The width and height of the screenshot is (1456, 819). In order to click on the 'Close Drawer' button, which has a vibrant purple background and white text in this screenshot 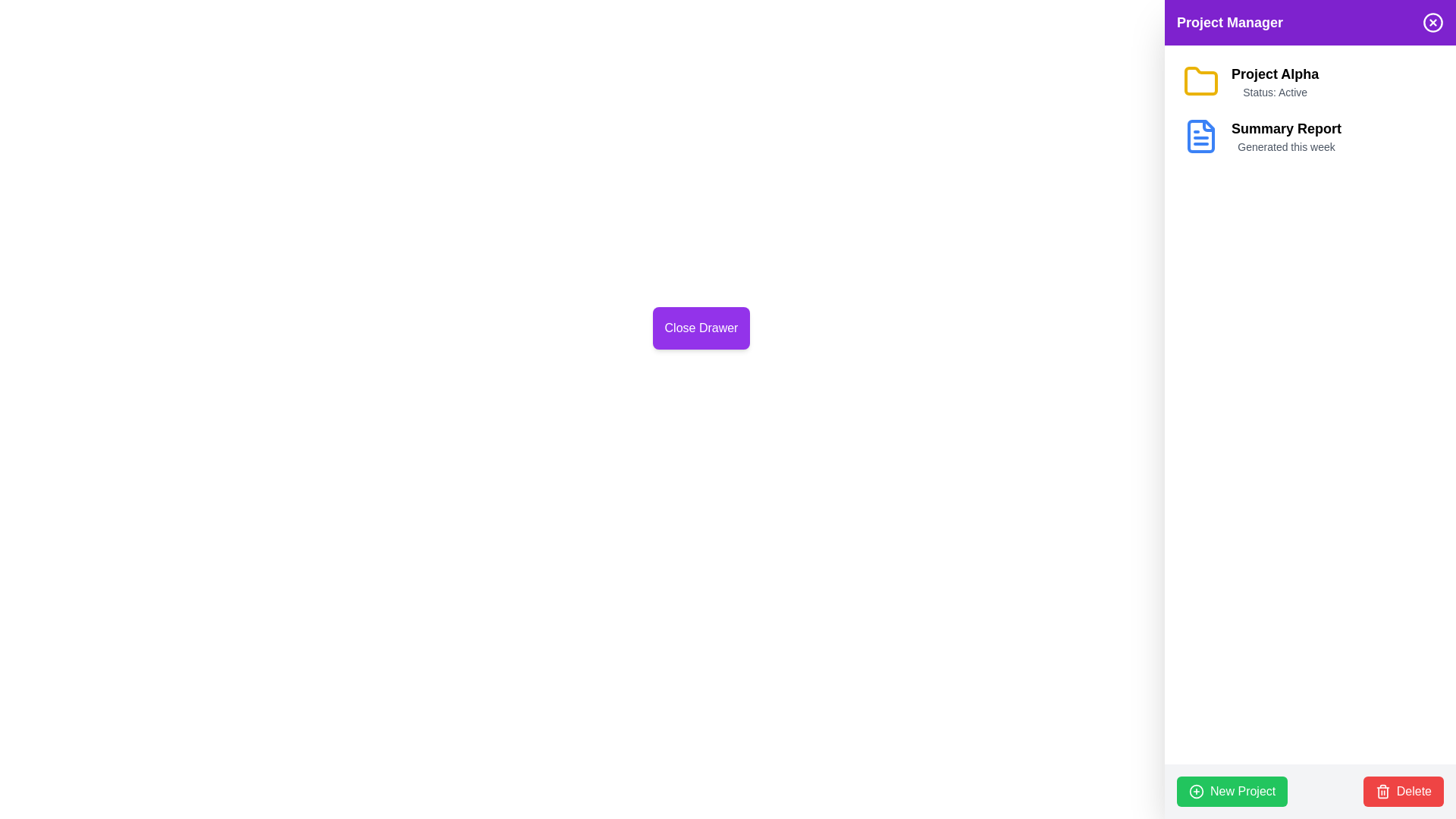, I will do `click(701, 327)`.